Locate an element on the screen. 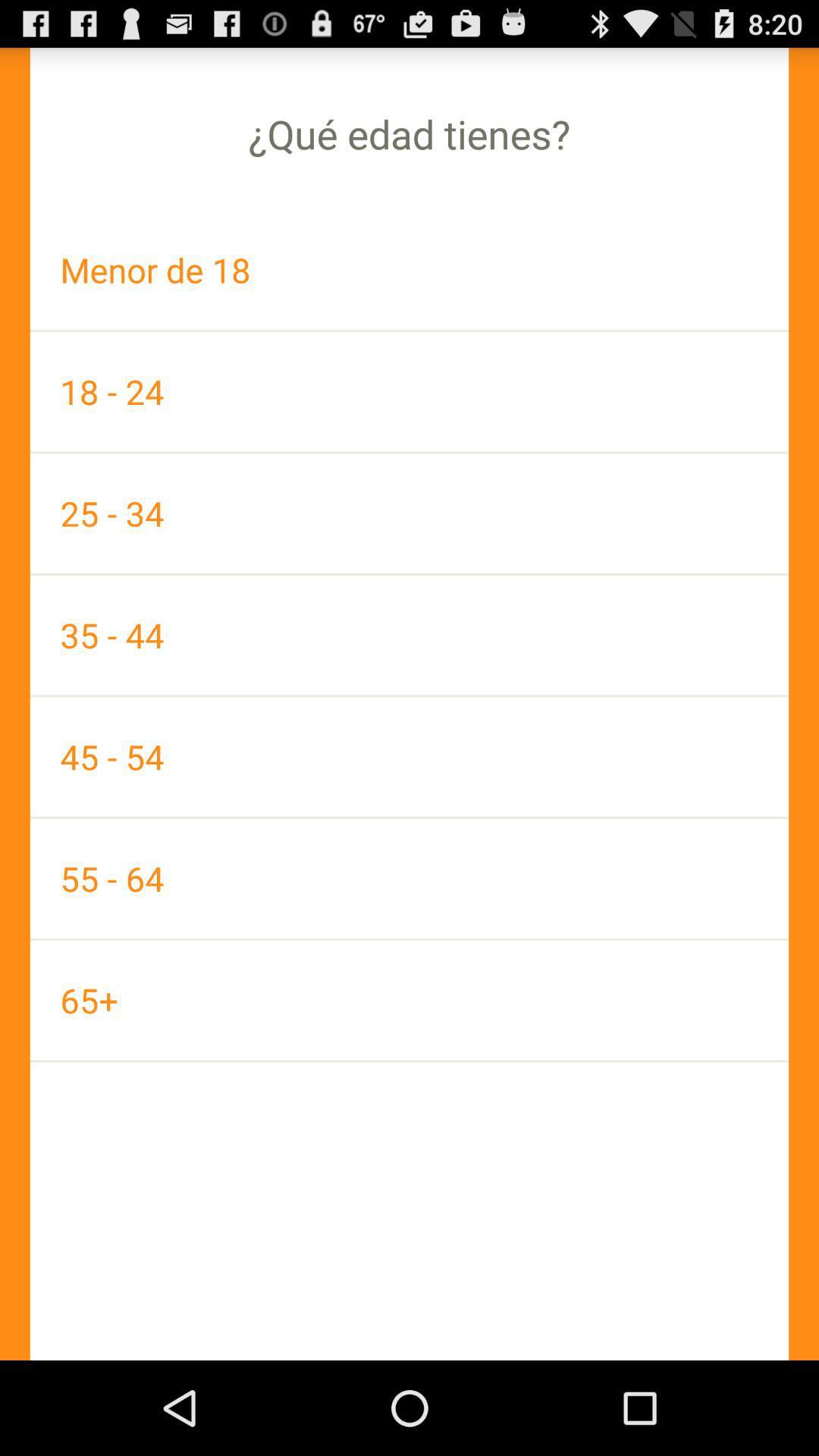 The image size is (819, 1456). icon below 35 - 44 is located at coordinates (409, 757).